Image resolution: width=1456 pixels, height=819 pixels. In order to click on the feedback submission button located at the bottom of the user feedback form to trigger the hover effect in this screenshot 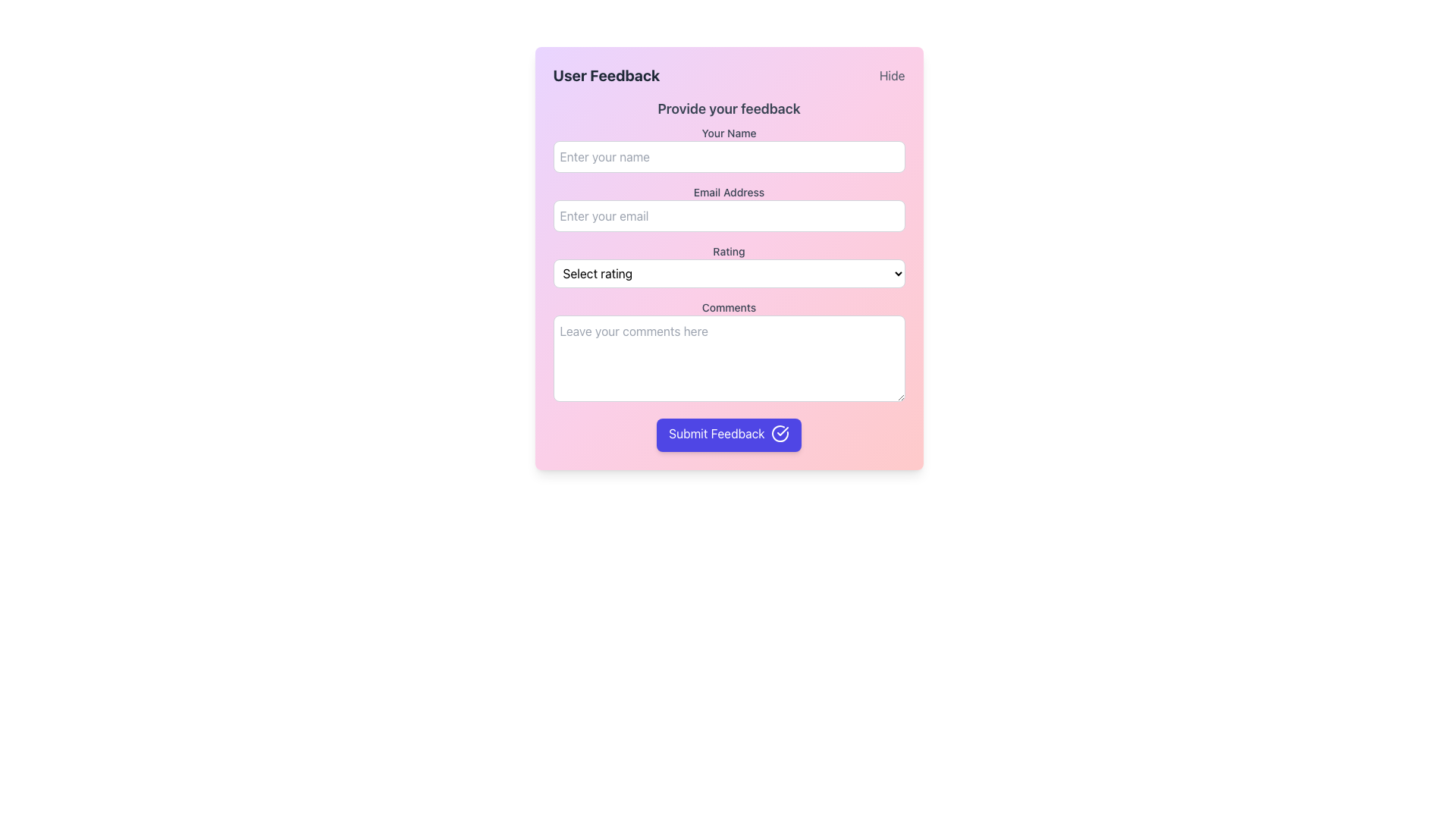, I will do `click(729, 435)`.